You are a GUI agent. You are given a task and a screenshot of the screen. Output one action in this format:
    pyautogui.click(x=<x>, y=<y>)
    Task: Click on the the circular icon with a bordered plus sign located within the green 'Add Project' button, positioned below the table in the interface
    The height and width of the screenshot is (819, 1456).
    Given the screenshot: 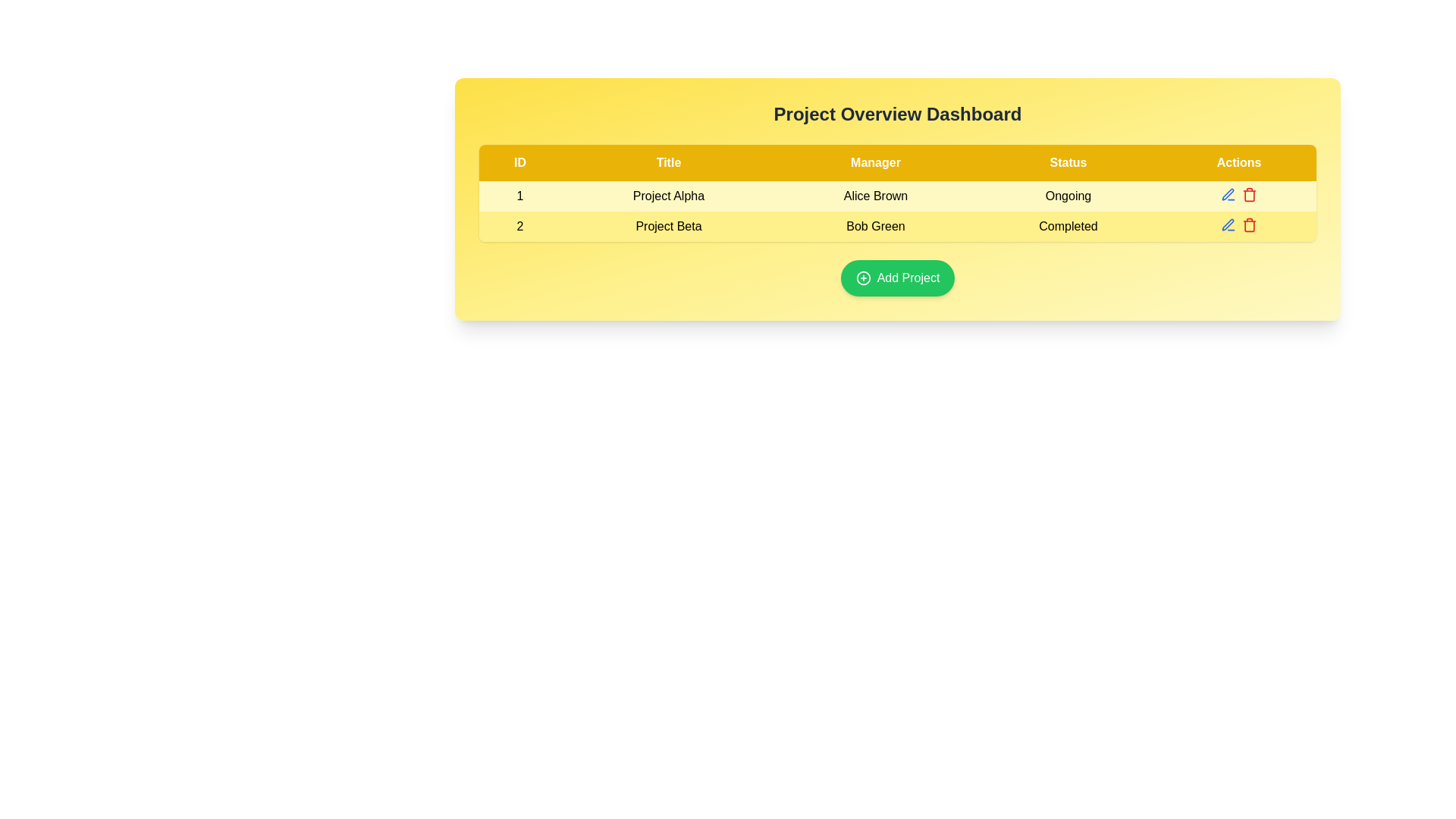 What is the action you would take?
    pyautogui.click(x=863, y=278)
    